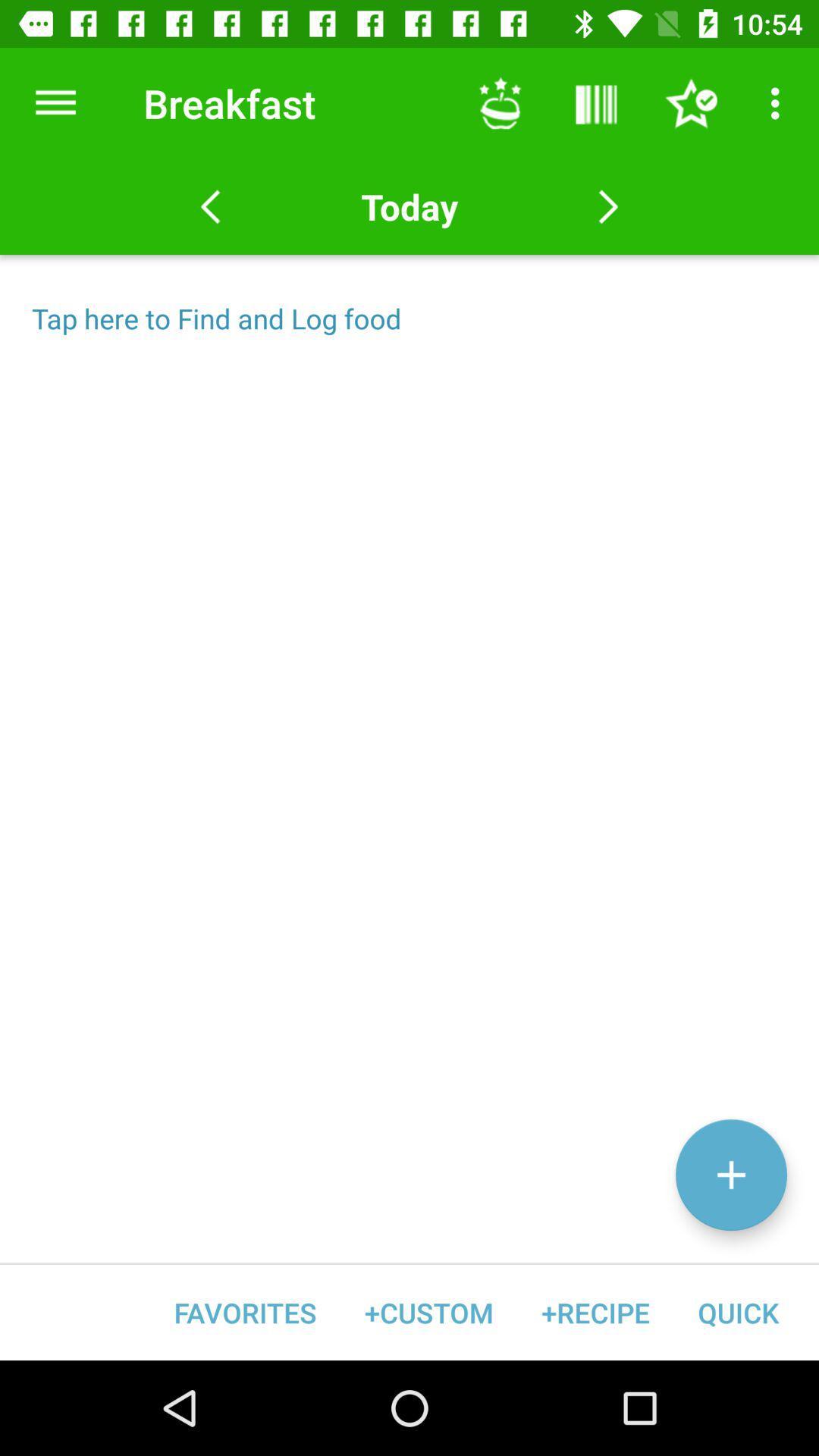  I want to click on a food to your breakfast log, so click(730, 1174).